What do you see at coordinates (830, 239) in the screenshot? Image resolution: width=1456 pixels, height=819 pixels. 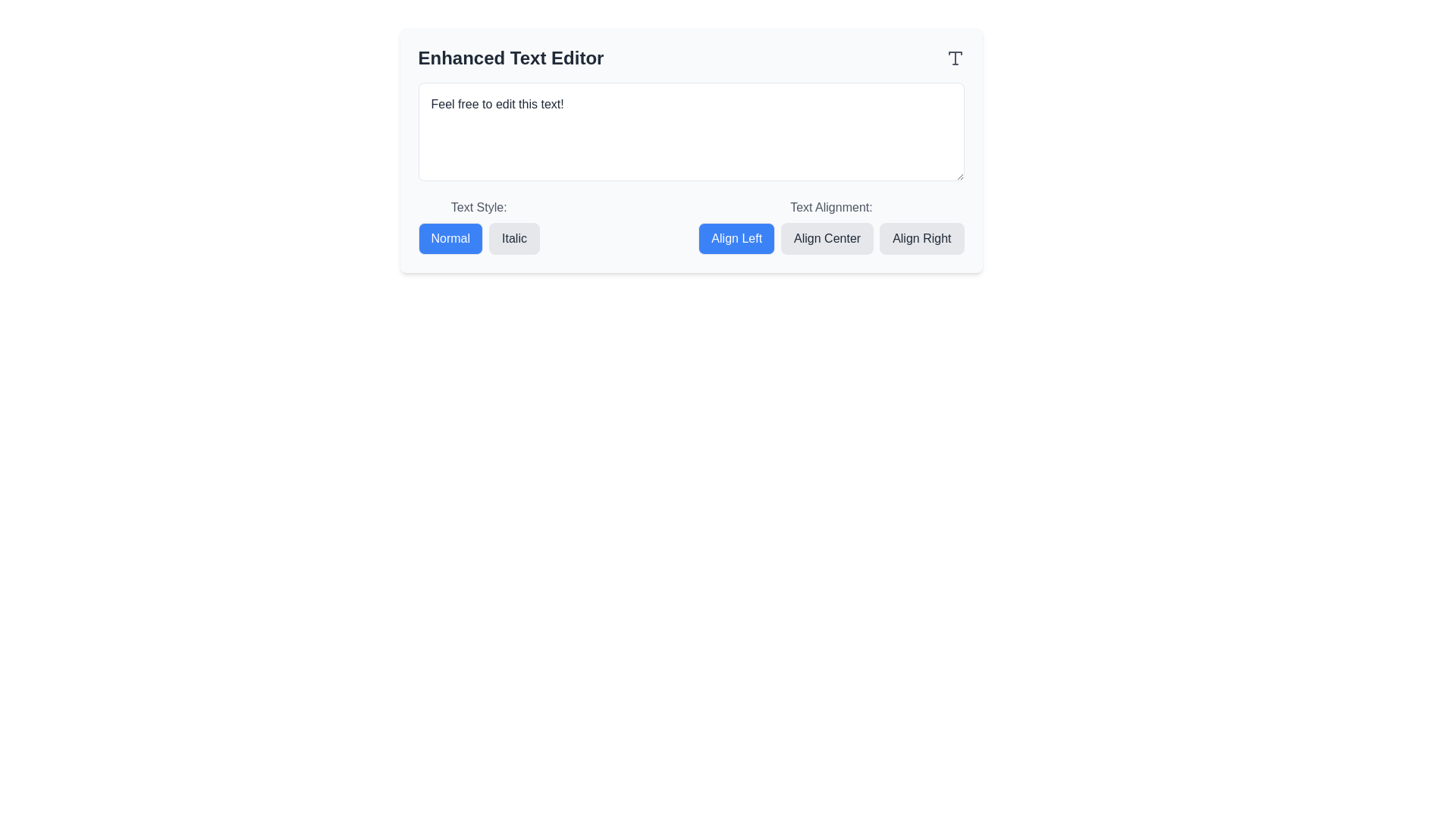 I see `the 'Align Center' button, which is the central button in the 'Text Alignment:' section, to align text to the center` at bounding box center [830, 239].